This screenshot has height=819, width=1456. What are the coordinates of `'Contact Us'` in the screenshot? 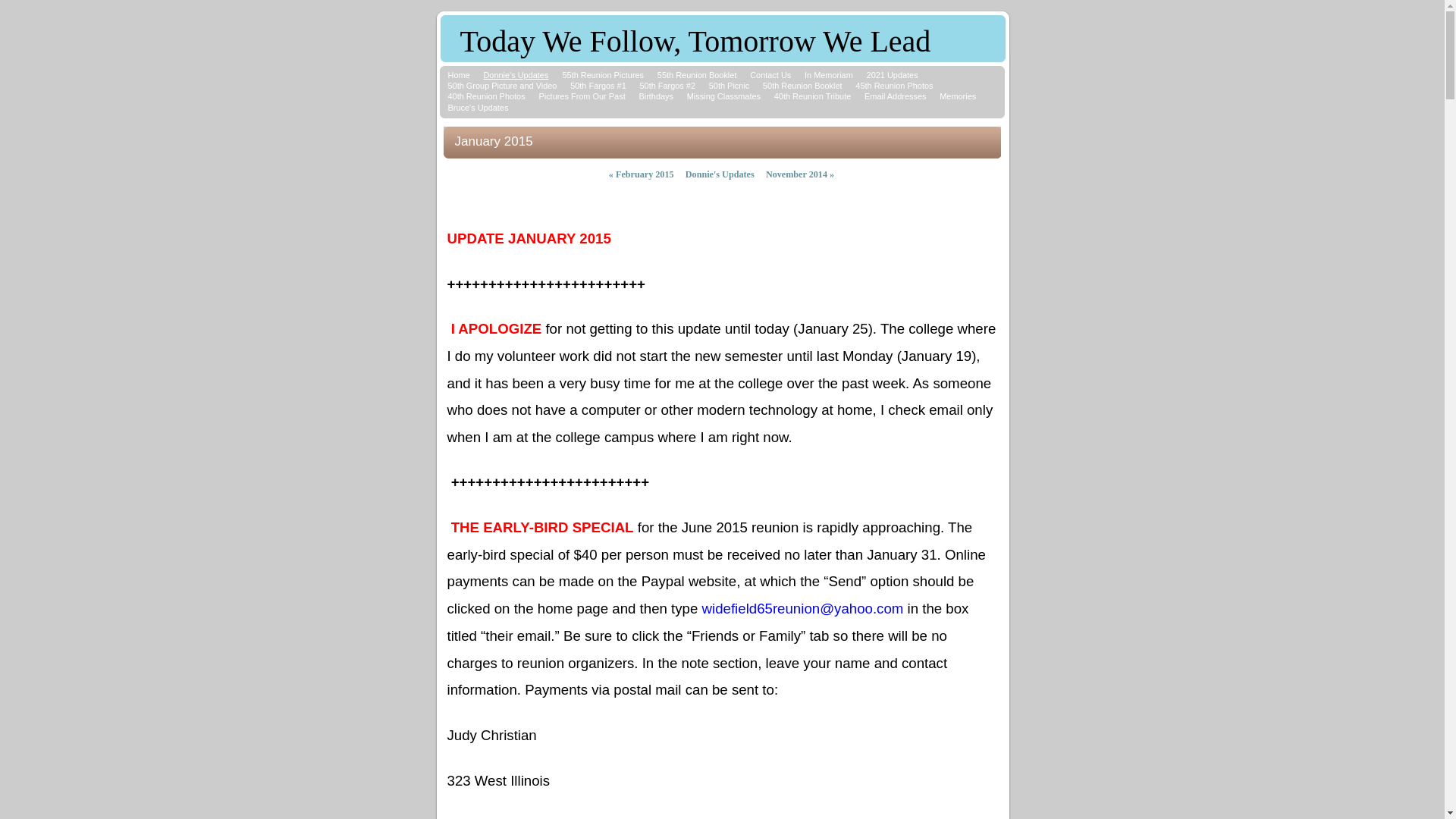 It's located at (749, 75).